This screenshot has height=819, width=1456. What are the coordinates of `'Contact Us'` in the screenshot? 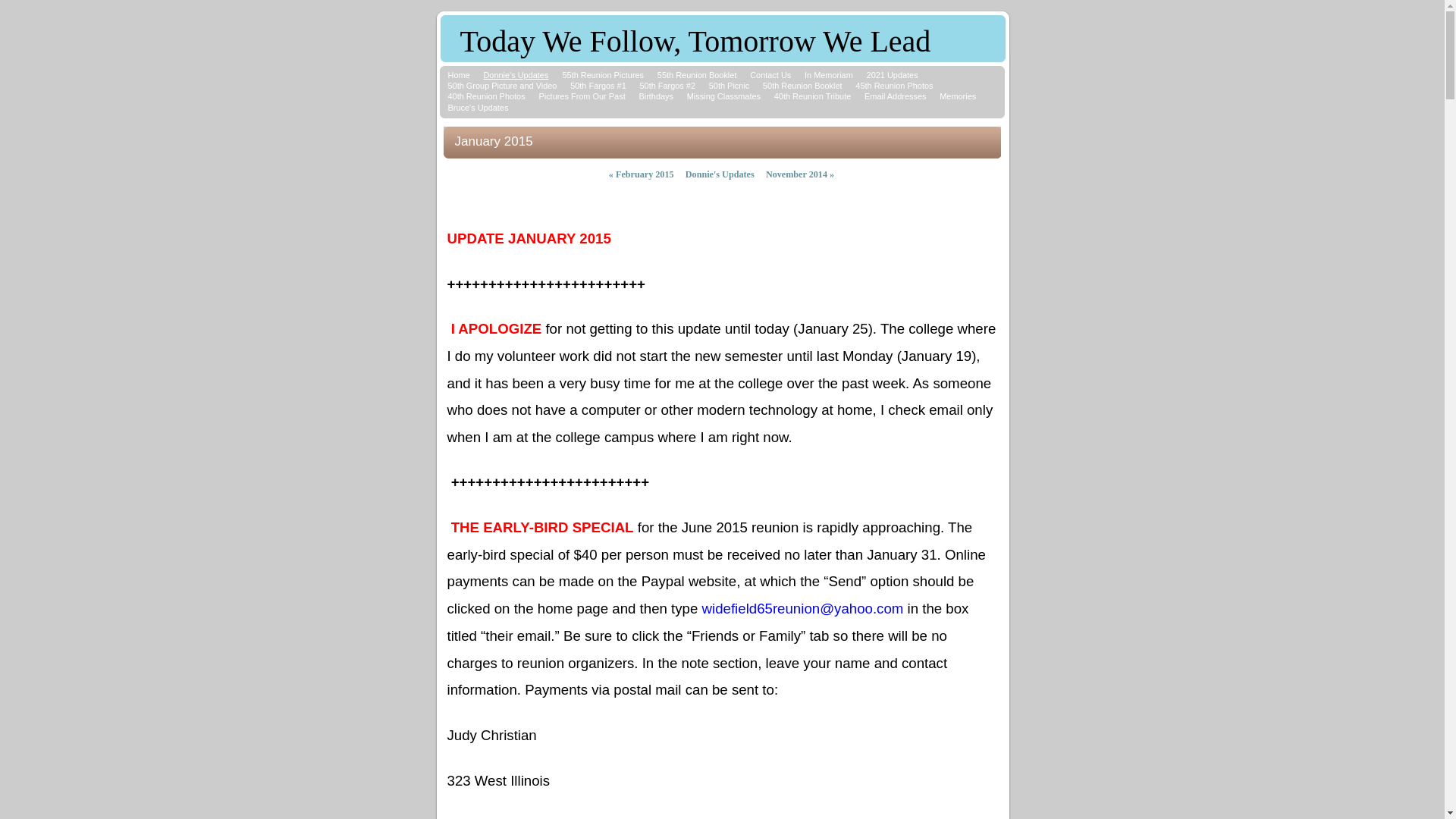 It's located at (749, 75).